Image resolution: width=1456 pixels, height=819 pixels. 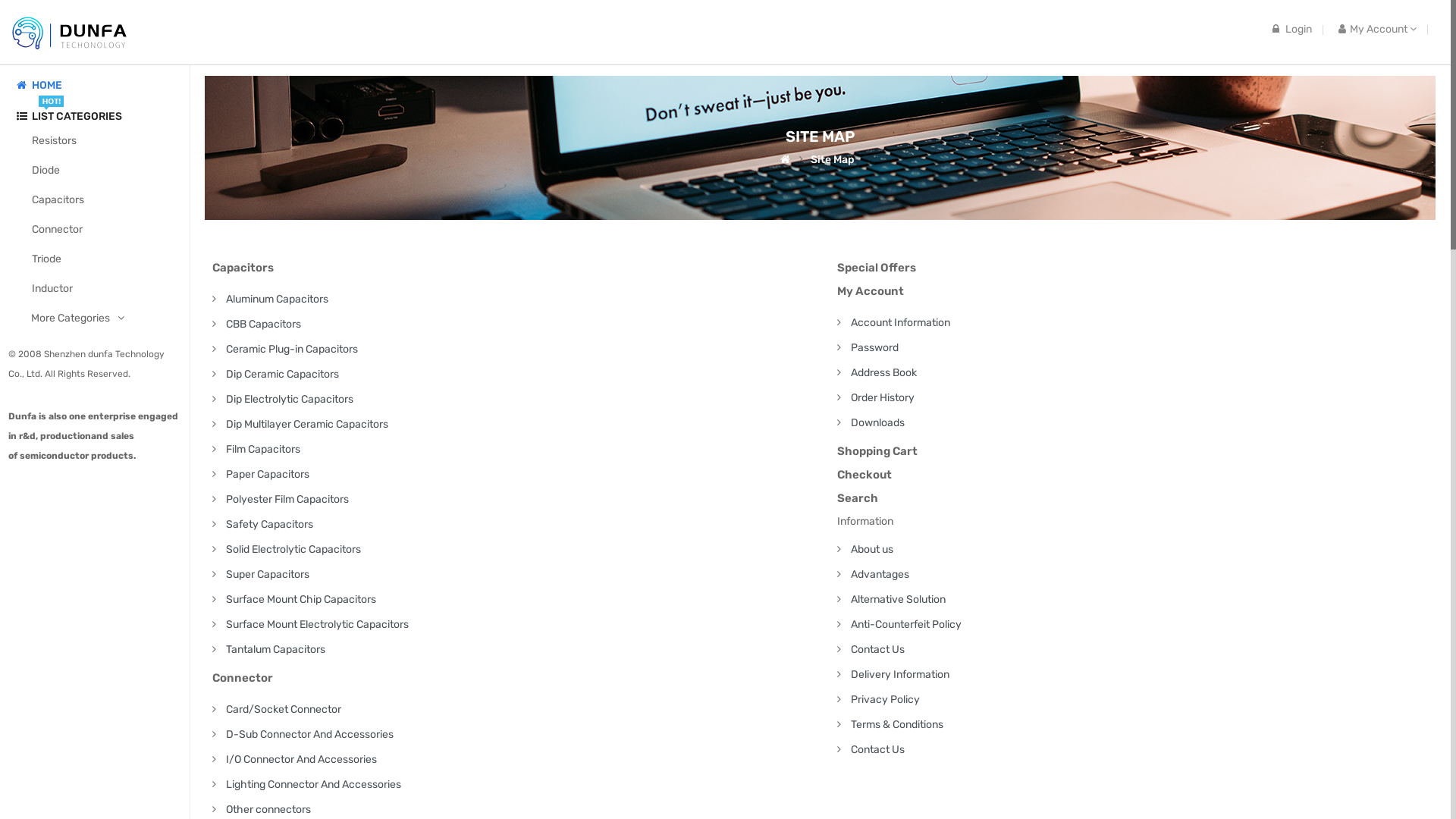 I want to click on 'Dip Multilayer Ceramic Capacitors', so click(x=306, y=424).